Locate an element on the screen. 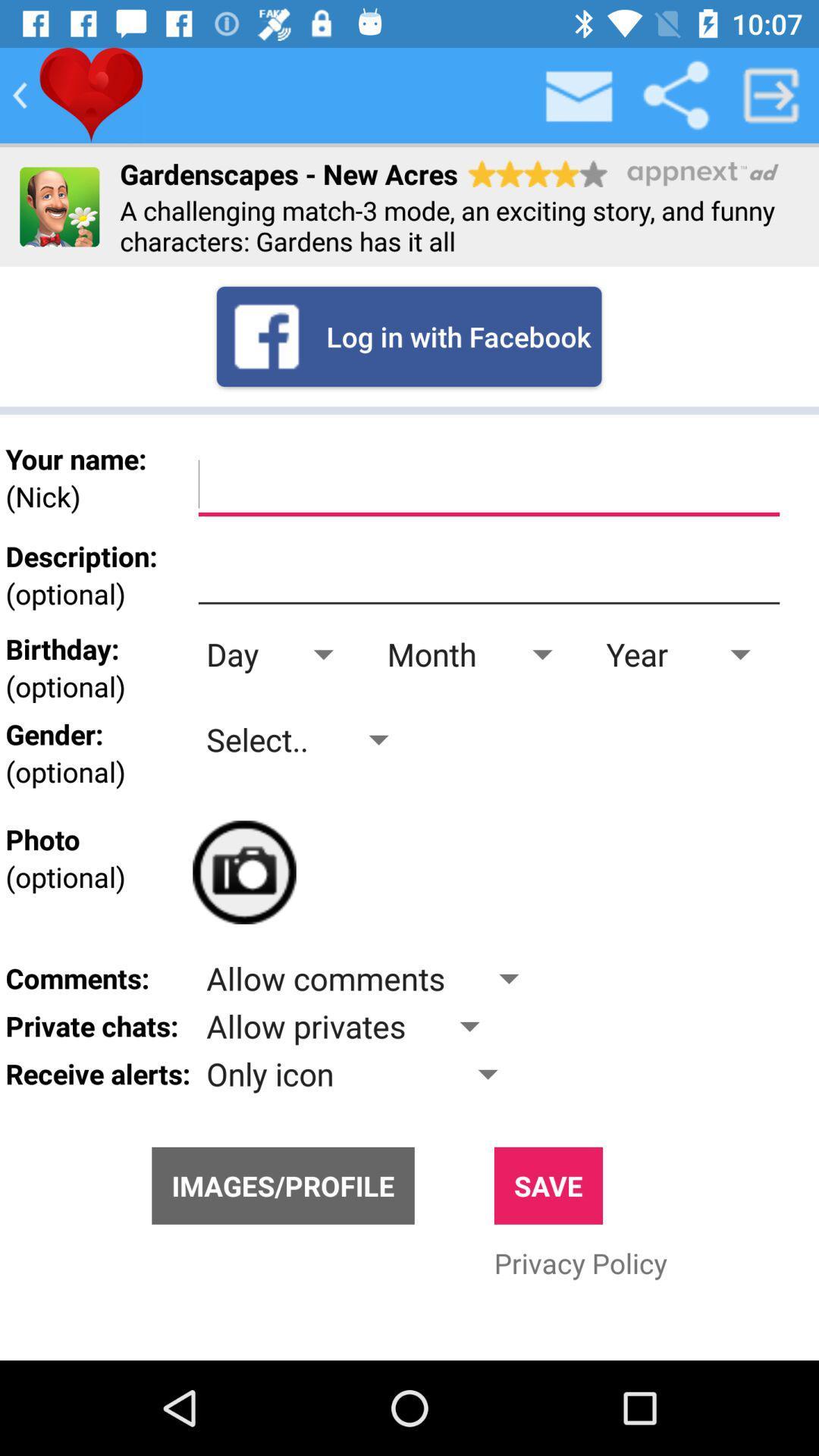 The height and width of the screenshot is (1456, 819). a photo is located at coordinates (243, 872).